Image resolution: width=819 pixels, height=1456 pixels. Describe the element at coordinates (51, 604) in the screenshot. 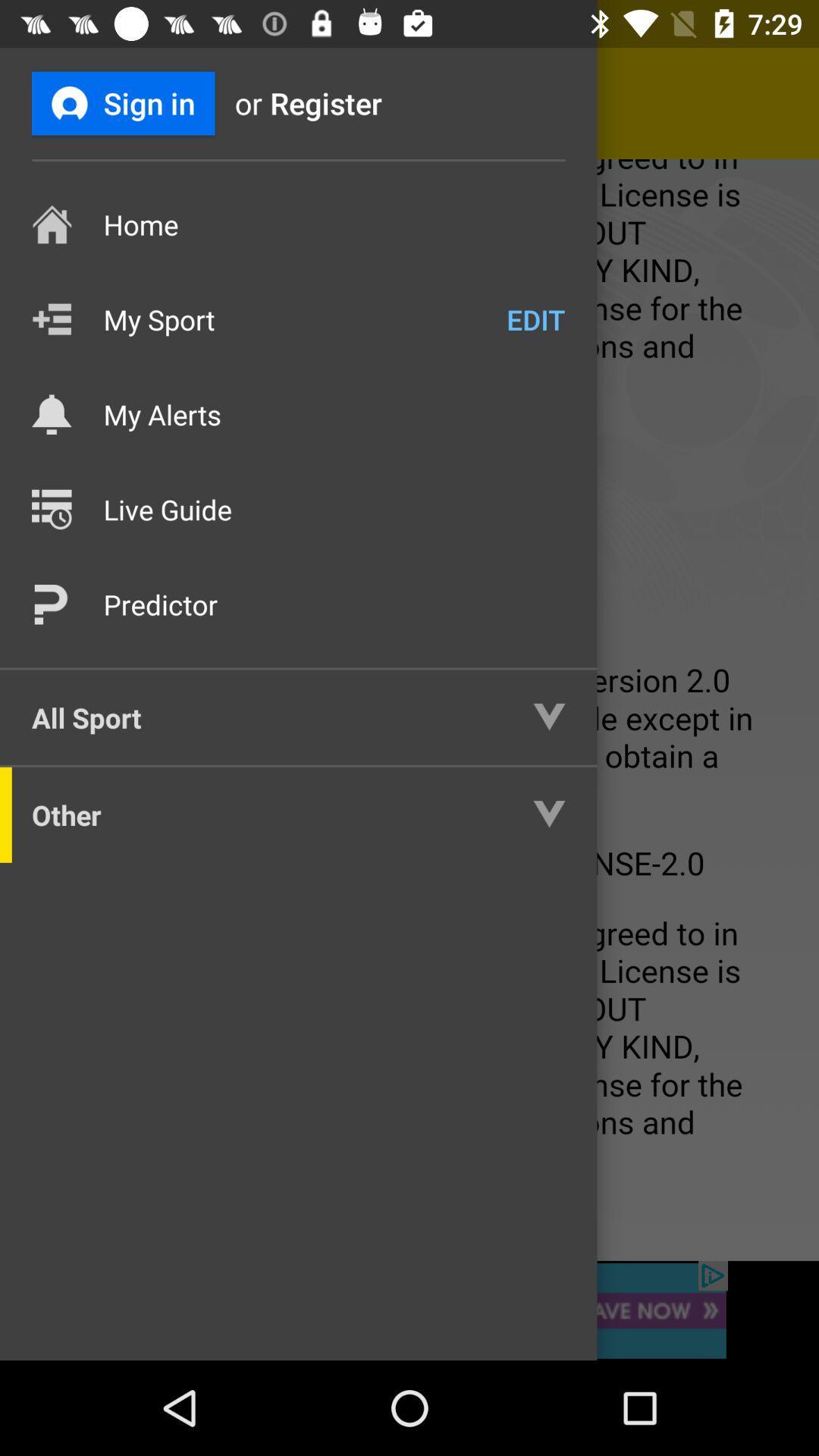

I see `the icon right next to predictor` at that location.